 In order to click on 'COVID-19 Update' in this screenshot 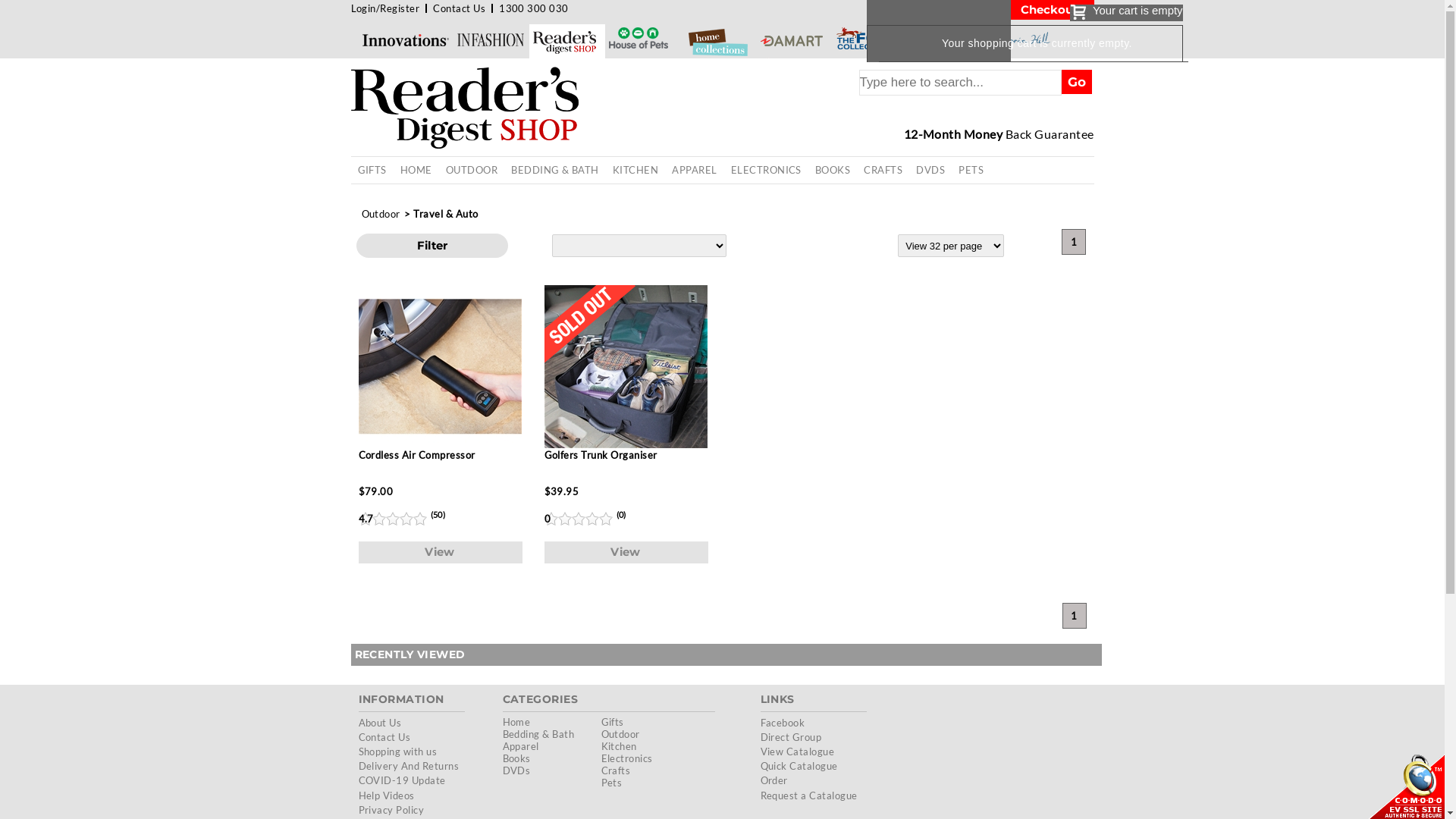, I will do `click(401, 780)`.